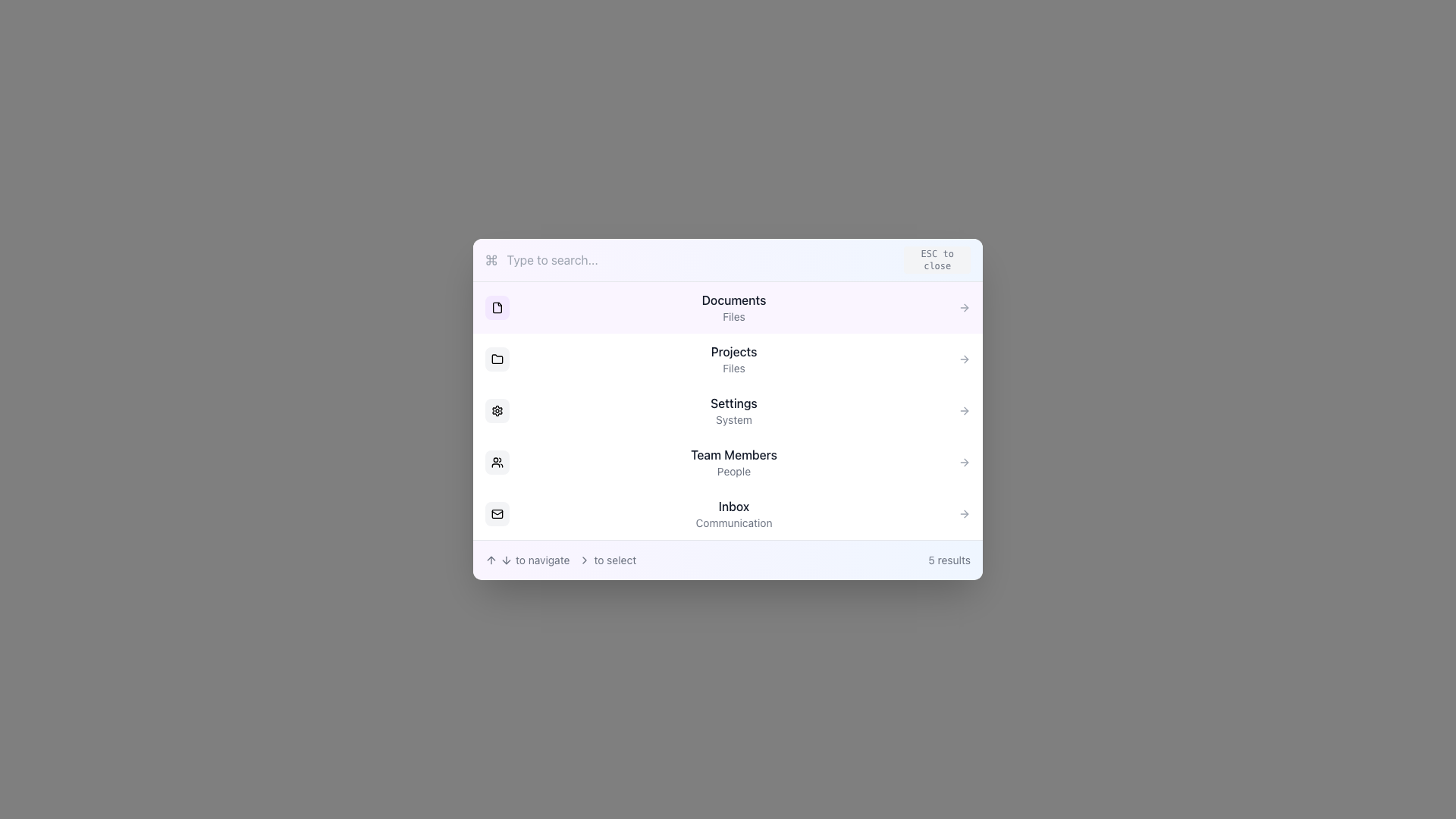  What do you see at coordinates (734, 420) in the screenshot?
I see `the static text label positioned directly beneath the 'Settings' heading, which serves as a descriptive subtitle for additional context` at bounding box center [734, 420].